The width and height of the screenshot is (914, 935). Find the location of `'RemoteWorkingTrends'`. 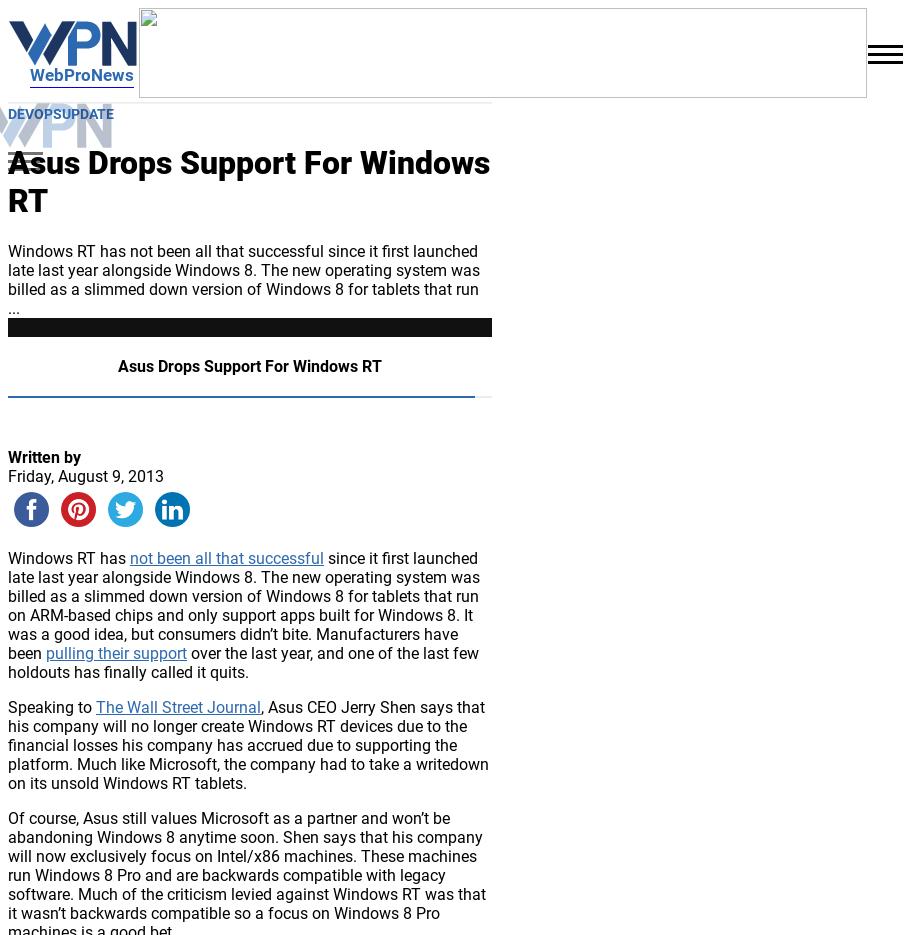

'RemoteWorkingTrends' is located at coordinates (169, 51).